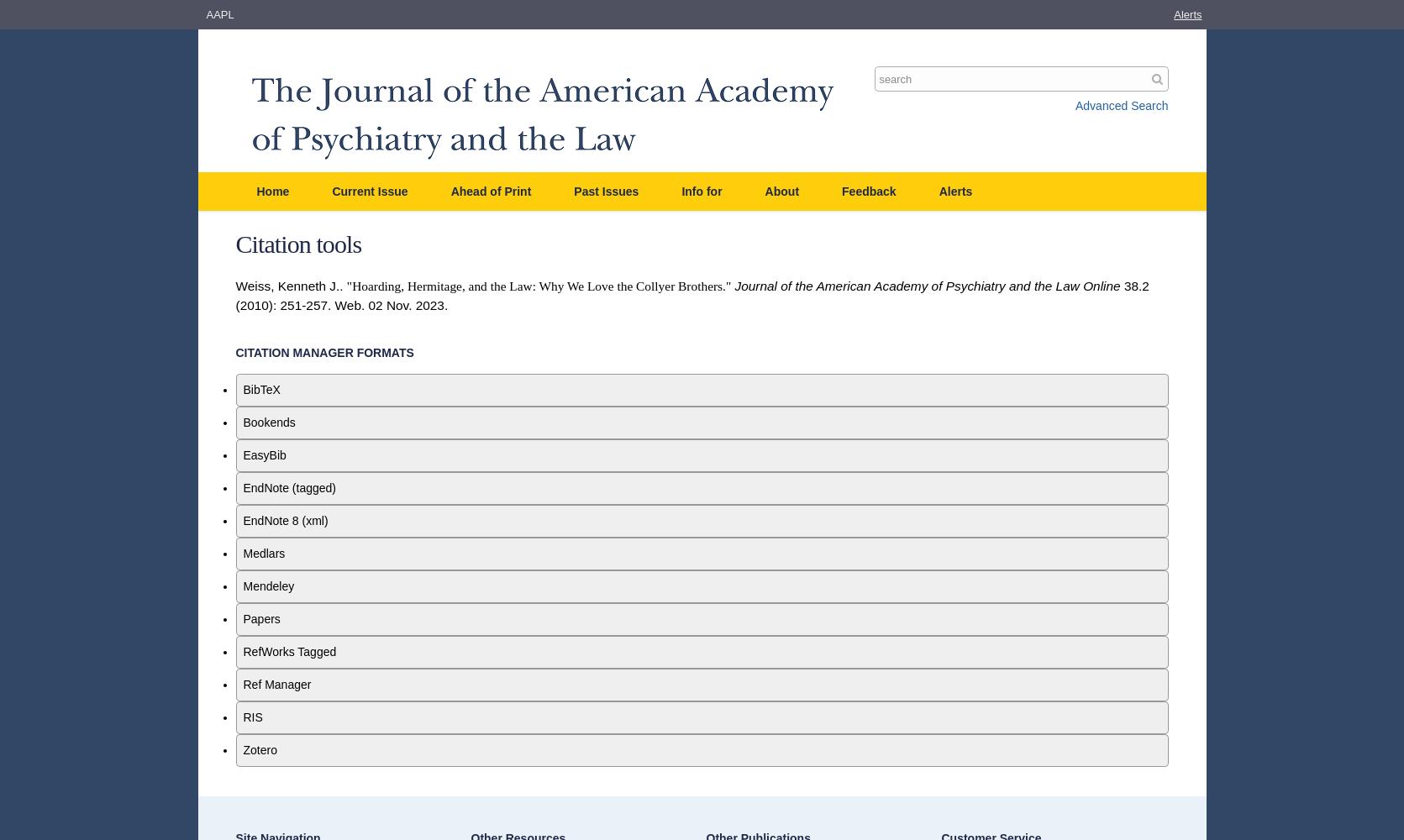 This screenshot has width=1404, height=840. What do you see at coordinates (262, 554) in the screenshot?
I see `'Medlars'` at bounding box center [262, 554].